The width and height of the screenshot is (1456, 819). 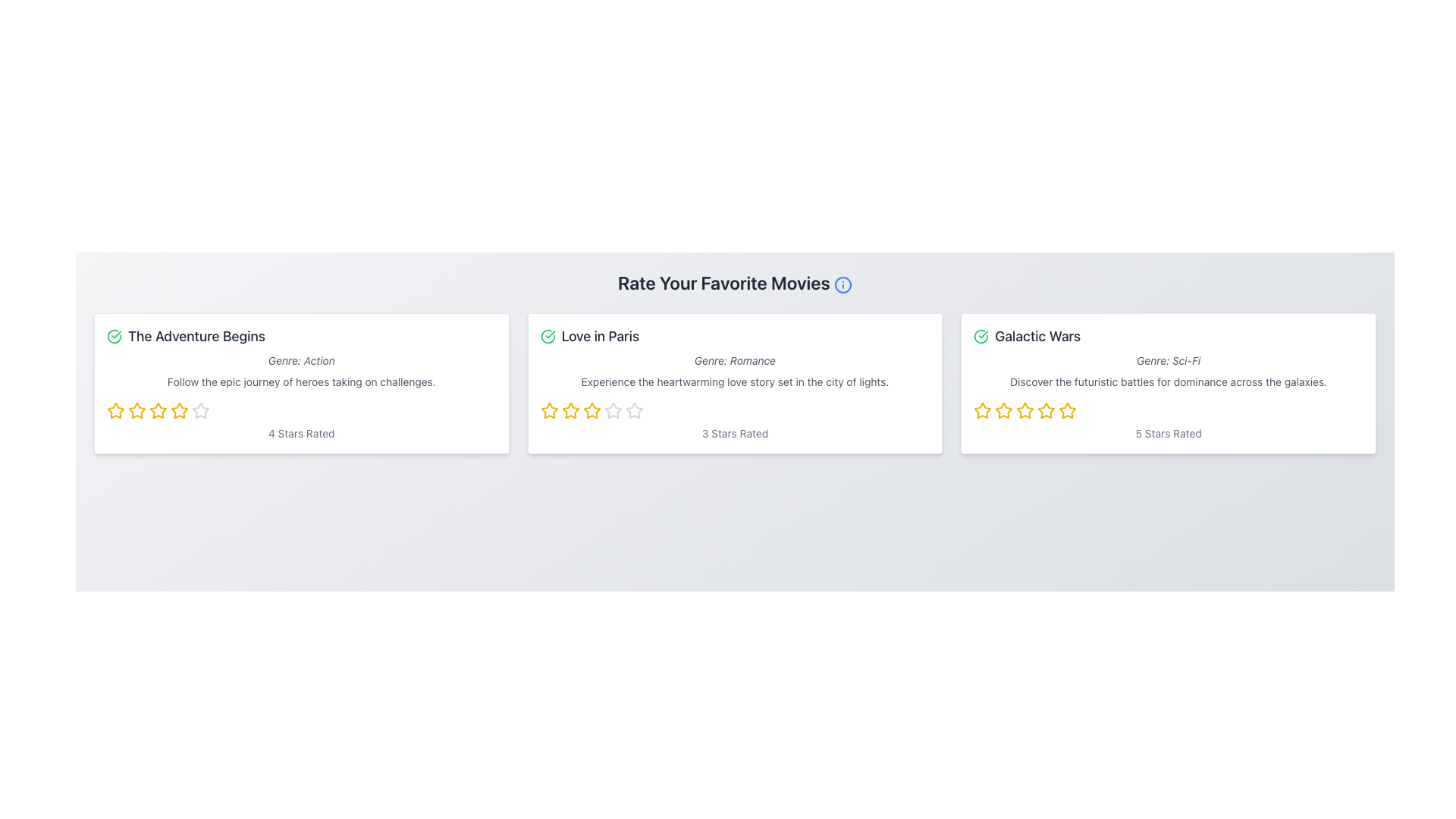 I want to click on the second star icon in the rating section of the 'Galactic Wars' movie card, so click(x=1004, y=410).